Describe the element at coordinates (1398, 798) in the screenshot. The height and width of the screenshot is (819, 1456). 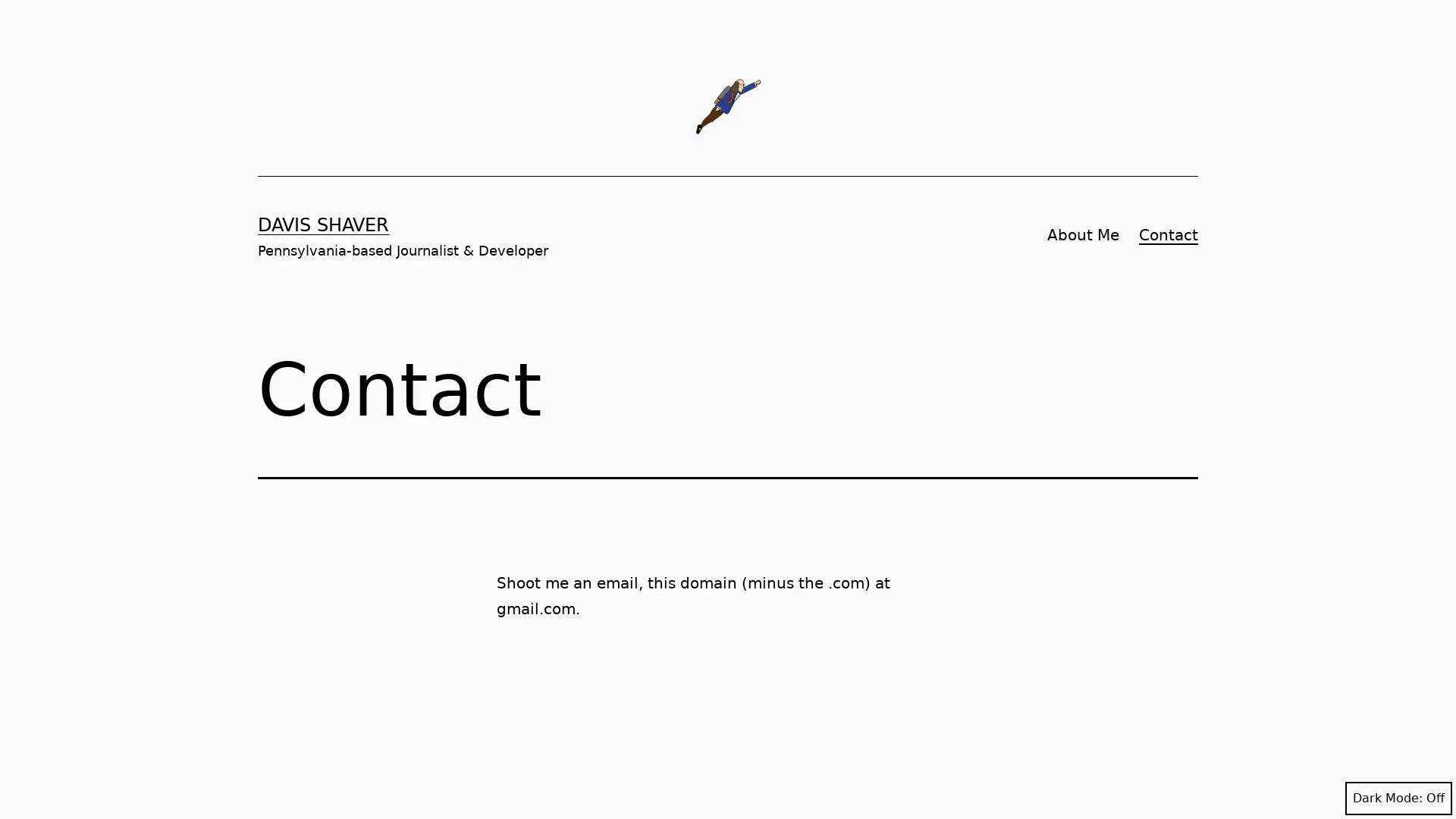
I see `Dark Mode:` at that location.